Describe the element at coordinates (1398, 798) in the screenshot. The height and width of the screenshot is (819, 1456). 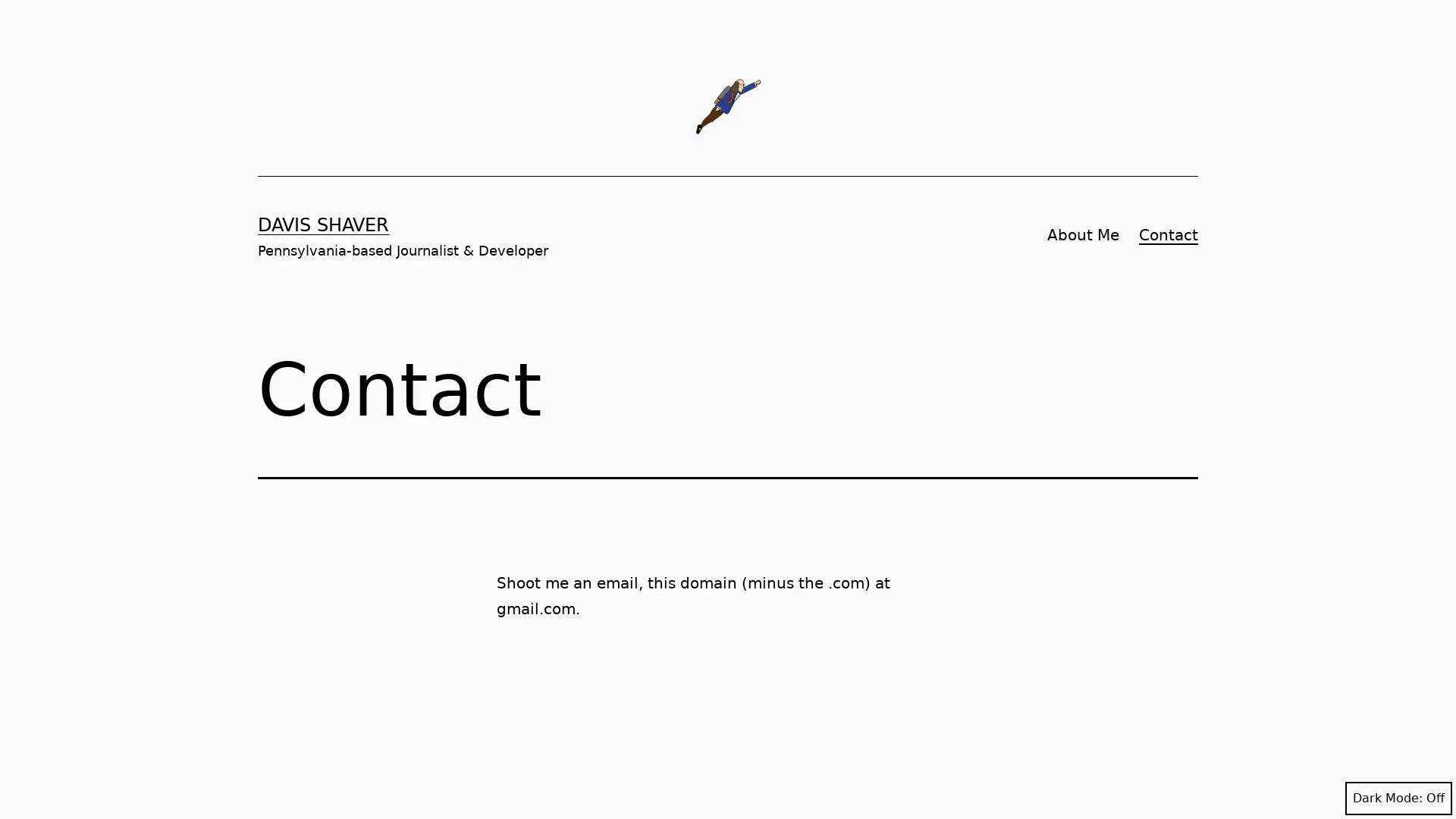
I see `Dark Mode:` at that location.